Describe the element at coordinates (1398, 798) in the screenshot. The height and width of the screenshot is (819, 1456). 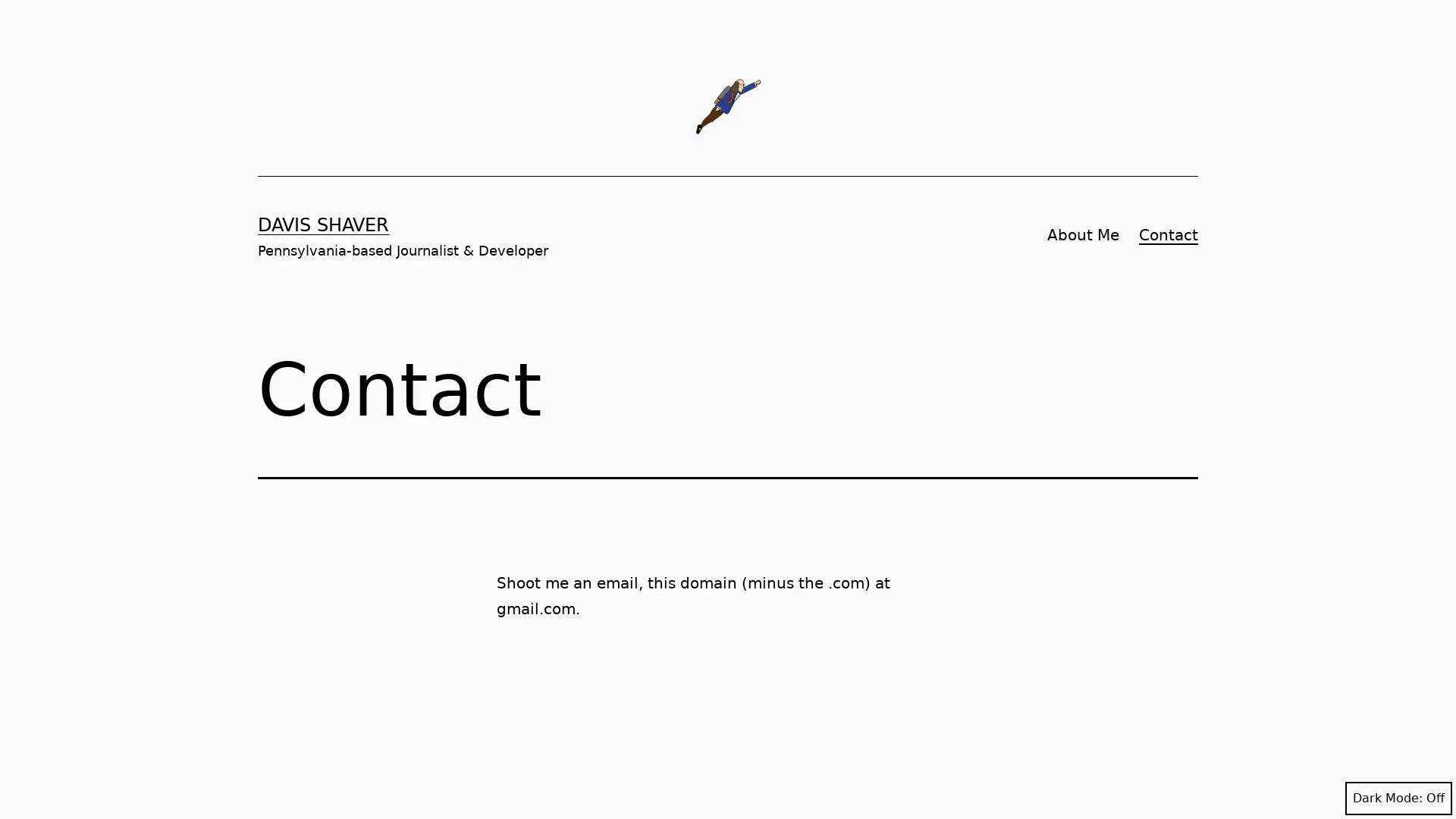
I see `Dark Mode:` at that location.